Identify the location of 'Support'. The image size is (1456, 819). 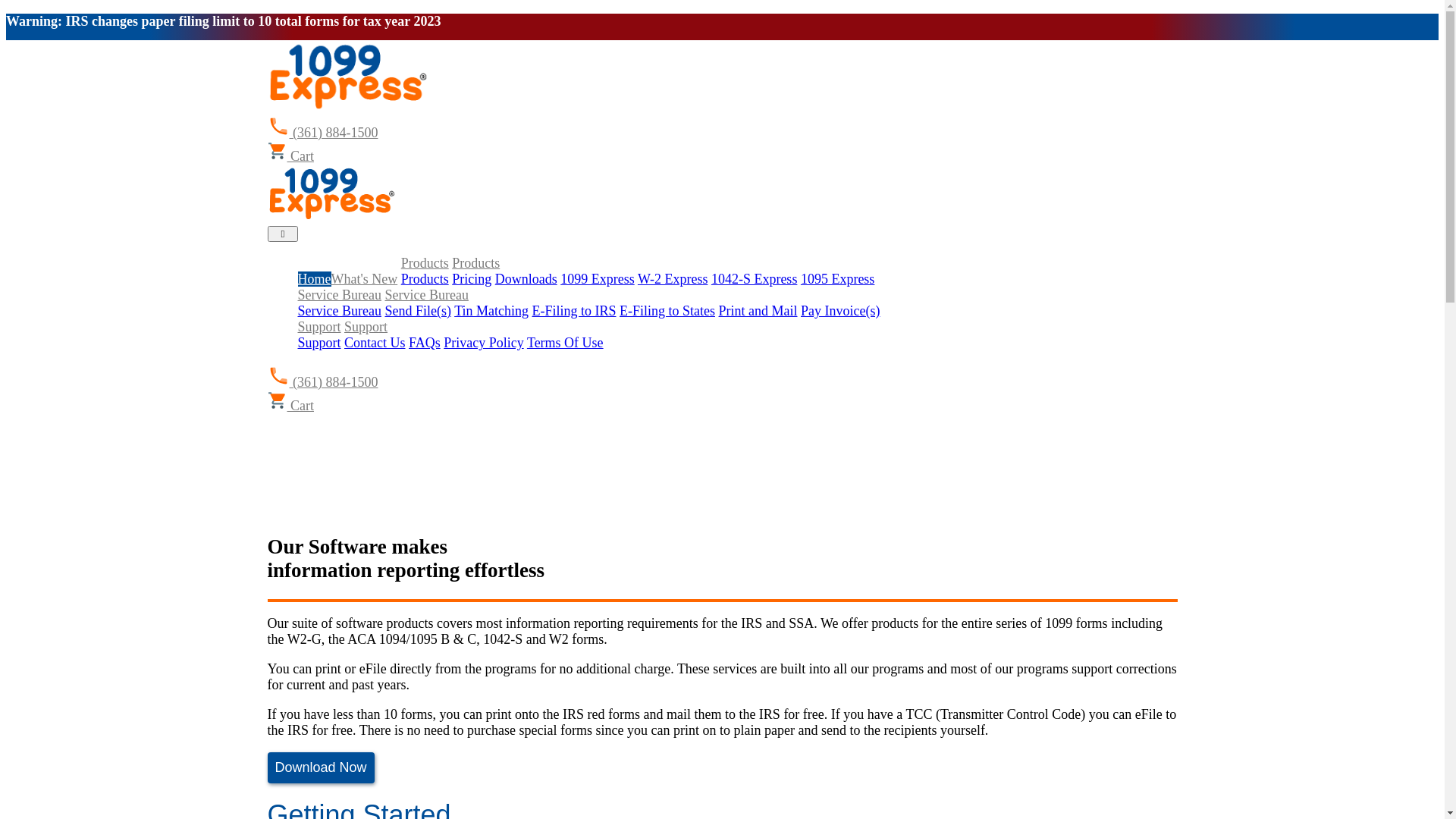
(318, 342).